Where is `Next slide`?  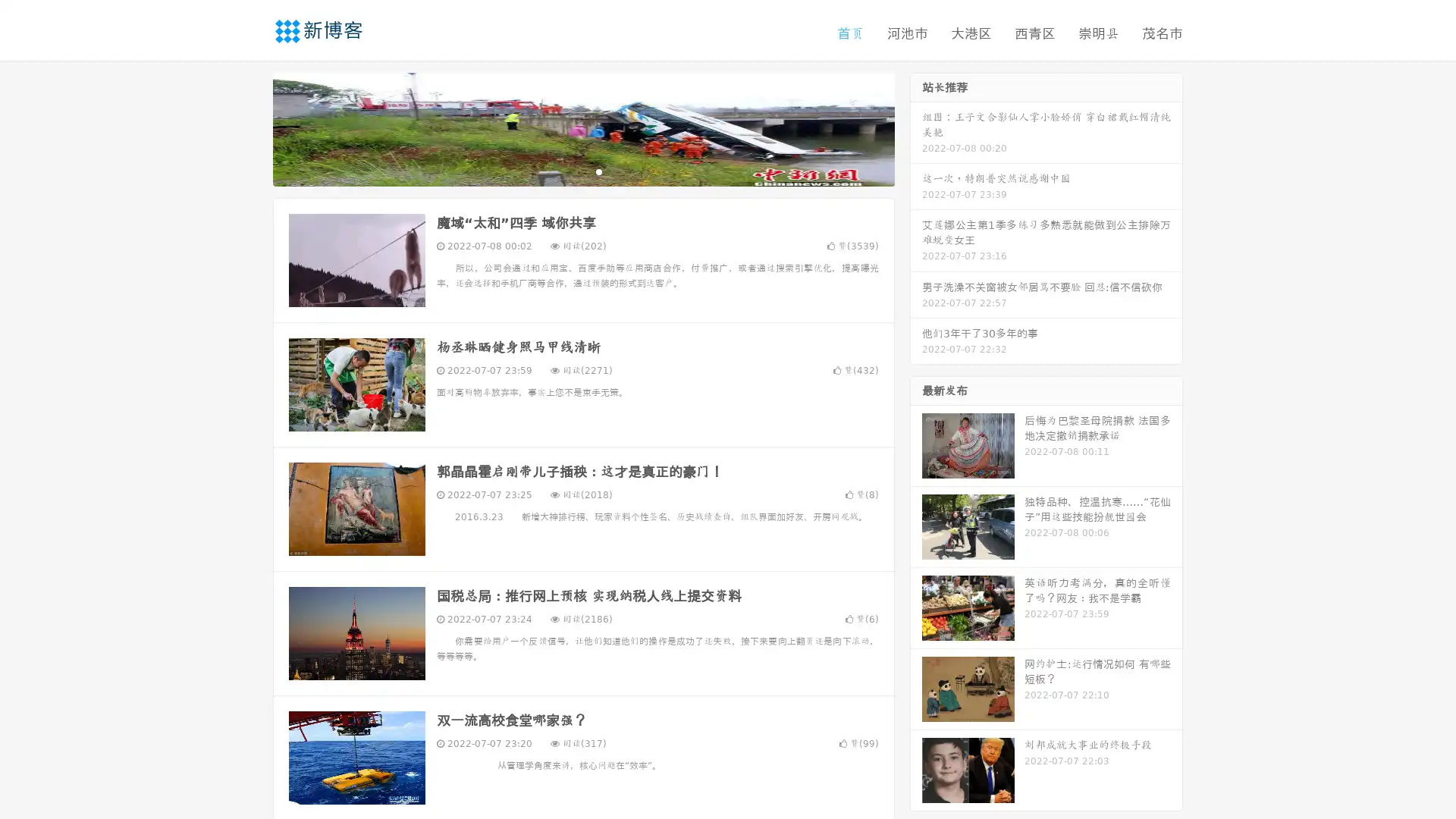
Next slide is located at coordinates (916, 127).